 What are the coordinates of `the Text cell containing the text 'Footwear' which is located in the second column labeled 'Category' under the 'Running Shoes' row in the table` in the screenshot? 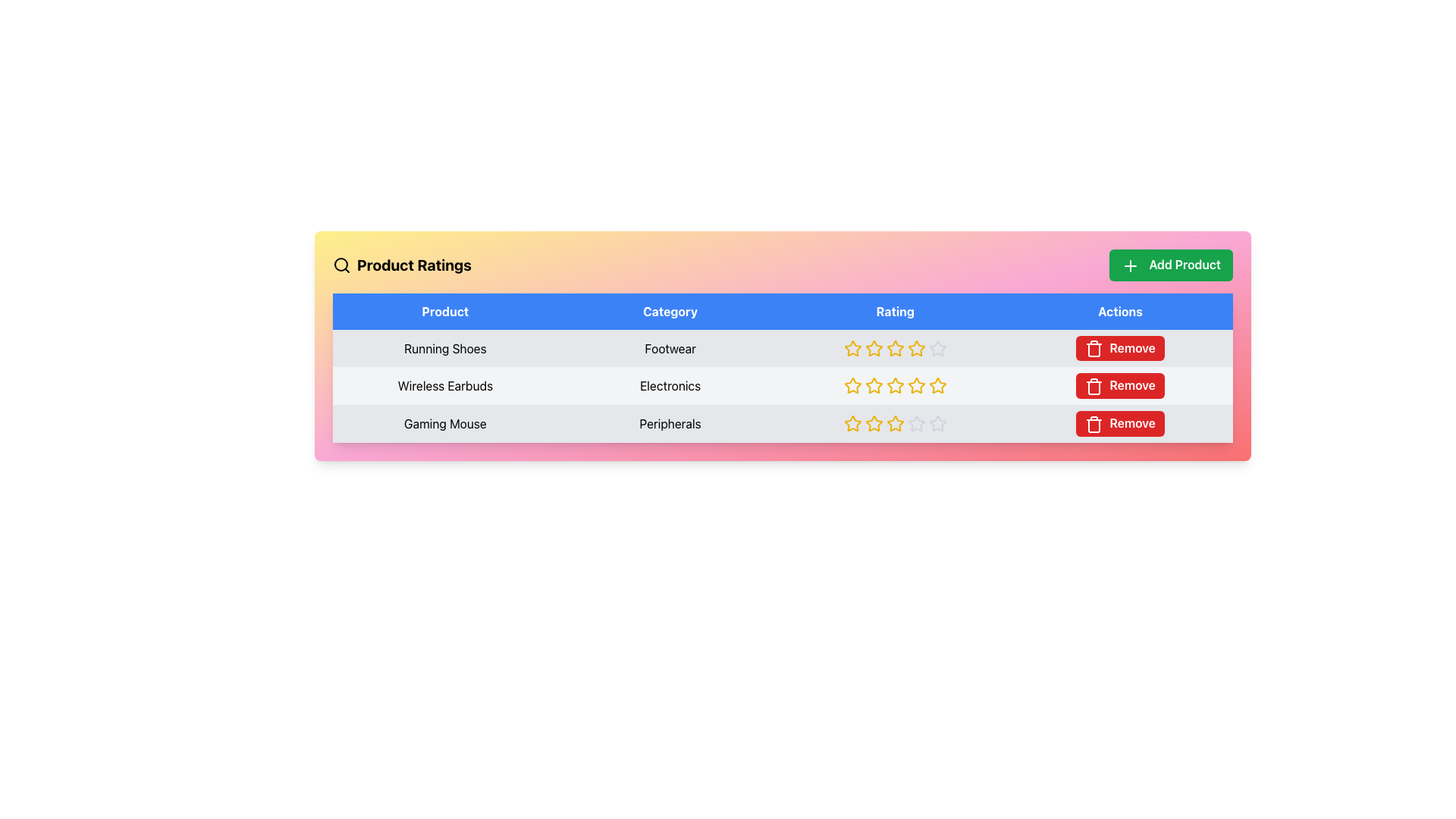 It's located at (670, 348).